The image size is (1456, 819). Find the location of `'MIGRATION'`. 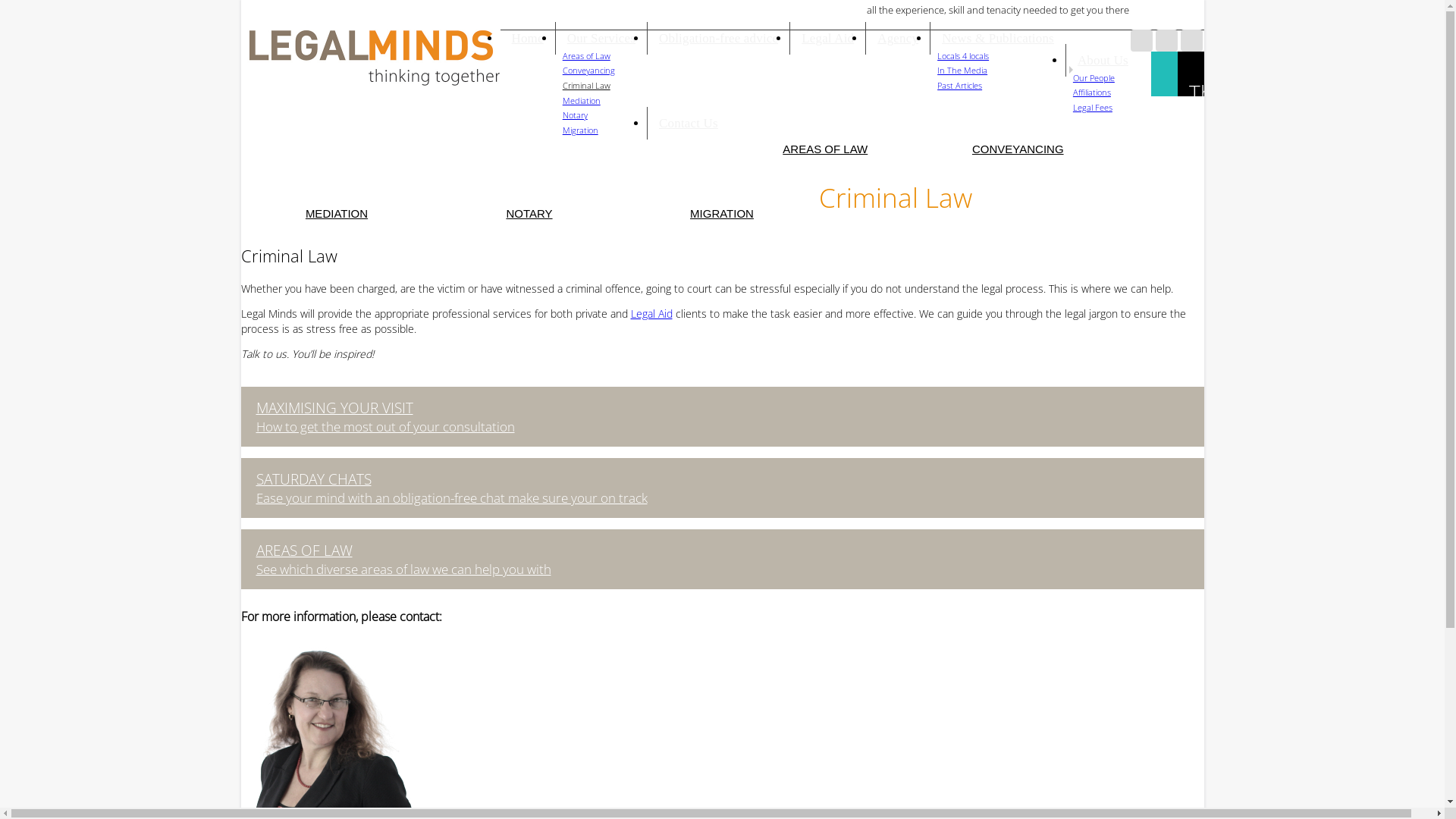

'MIGRATION' is located at coordinates (722, 212).